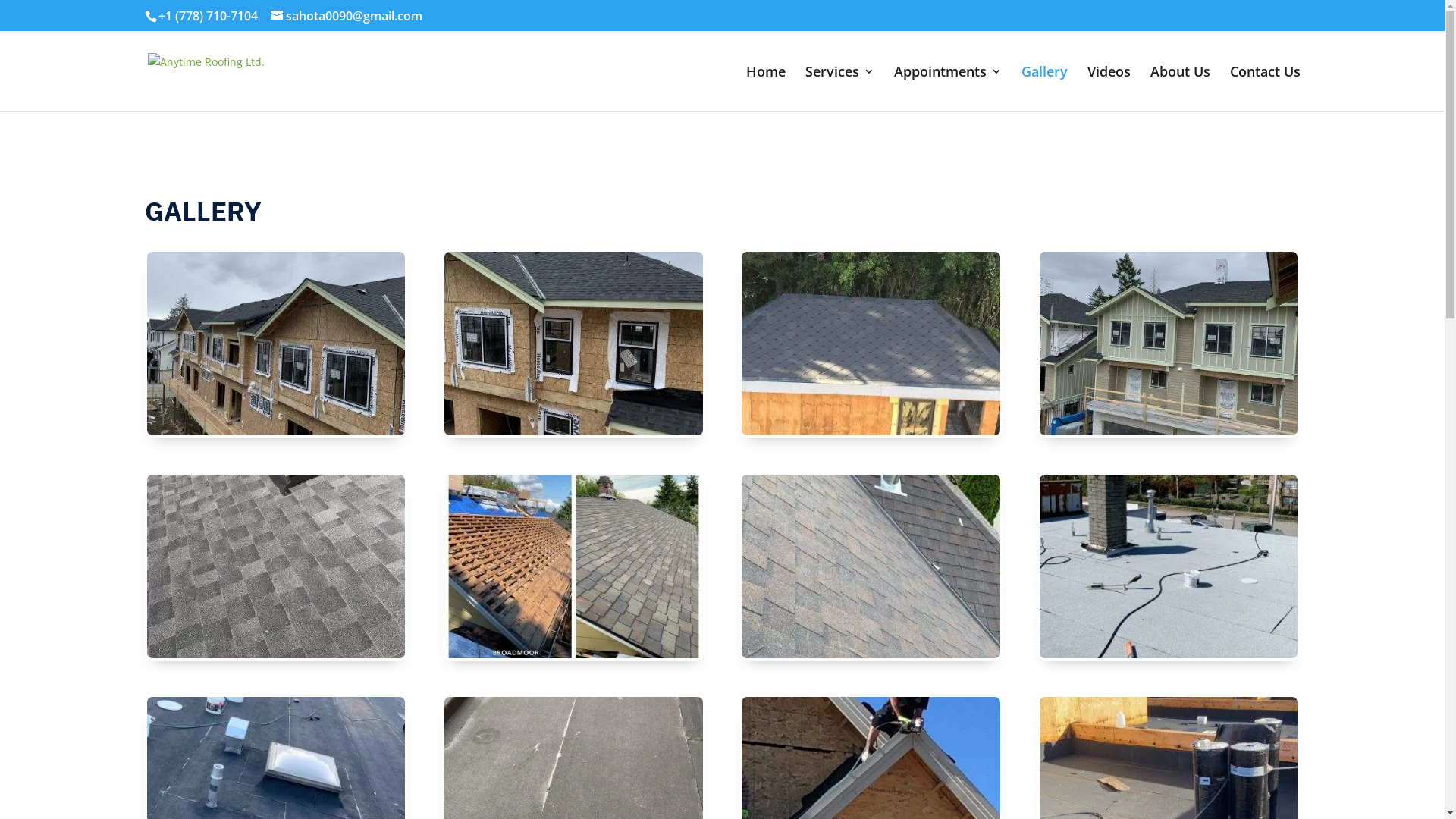 The image size is (1456, 819). What do you see at coordinates (745, 88) in the screenshot?
I see `'Home'` at bounding box center [745, 88].